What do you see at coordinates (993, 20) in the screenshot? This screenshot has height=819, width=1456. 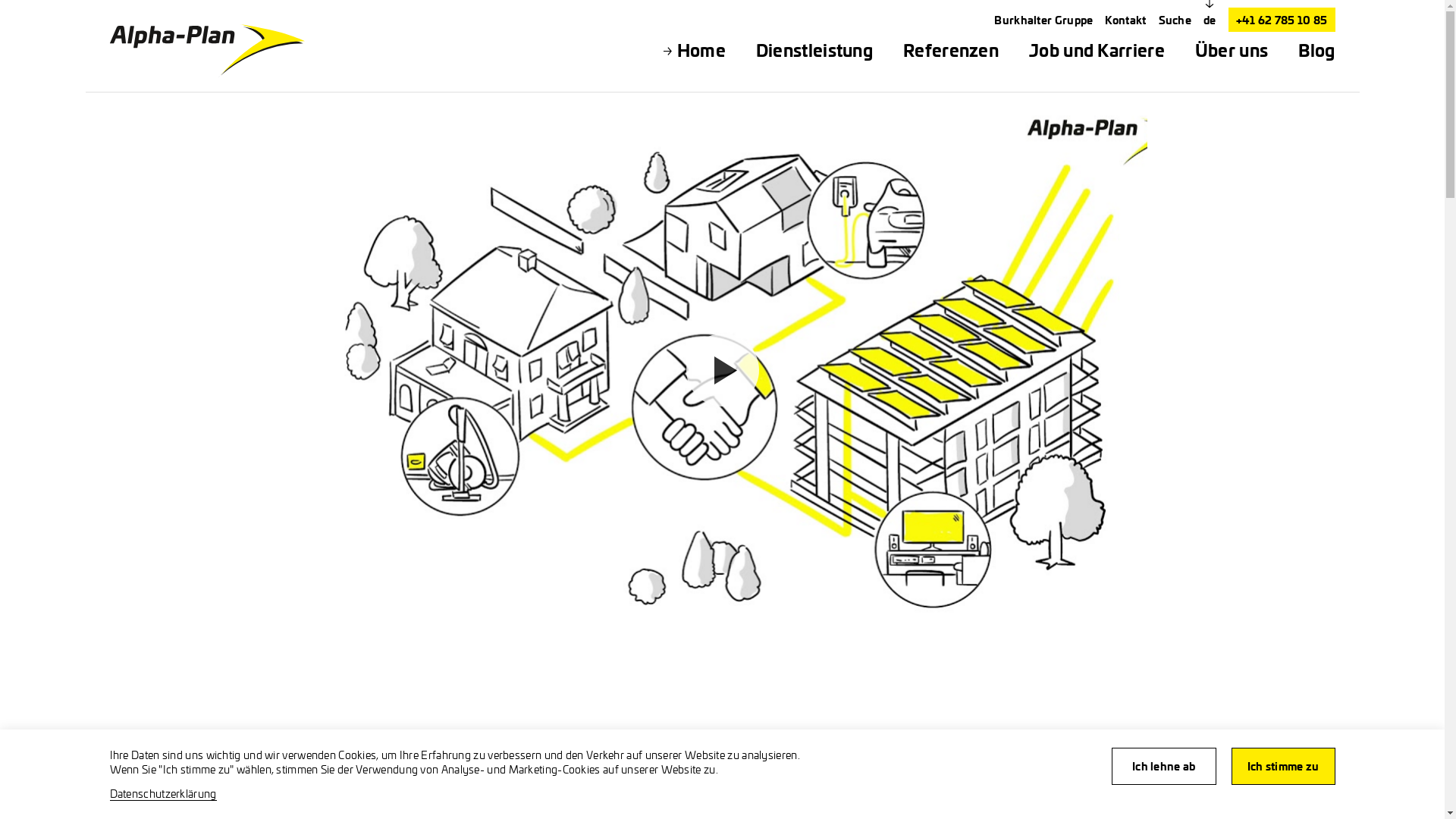 I see `'Burkhalter Gruppe'` at bounding box center [993, 20].